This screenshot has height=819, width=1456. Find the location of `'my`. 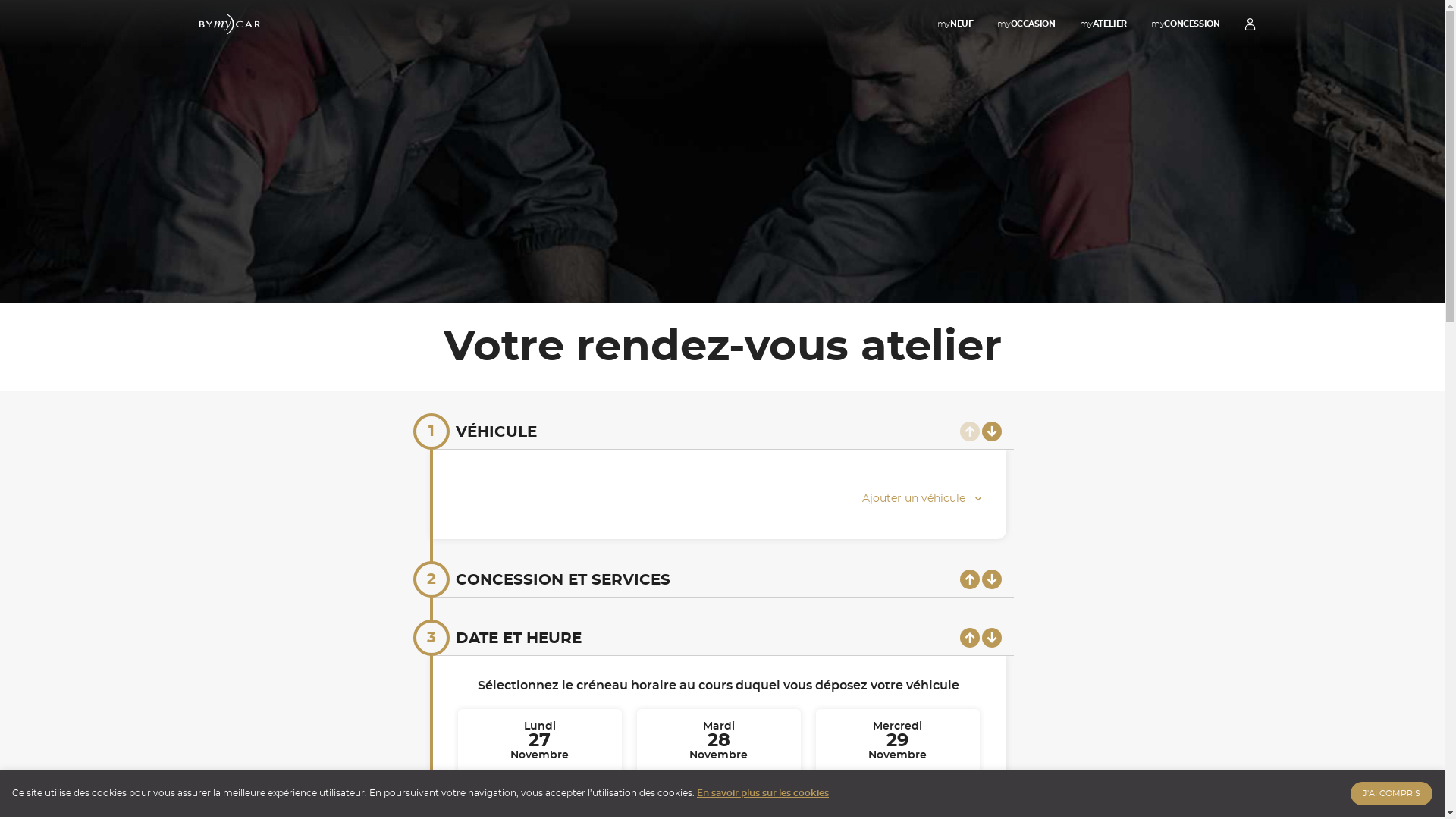

'my is located at coordinates (954, 24).